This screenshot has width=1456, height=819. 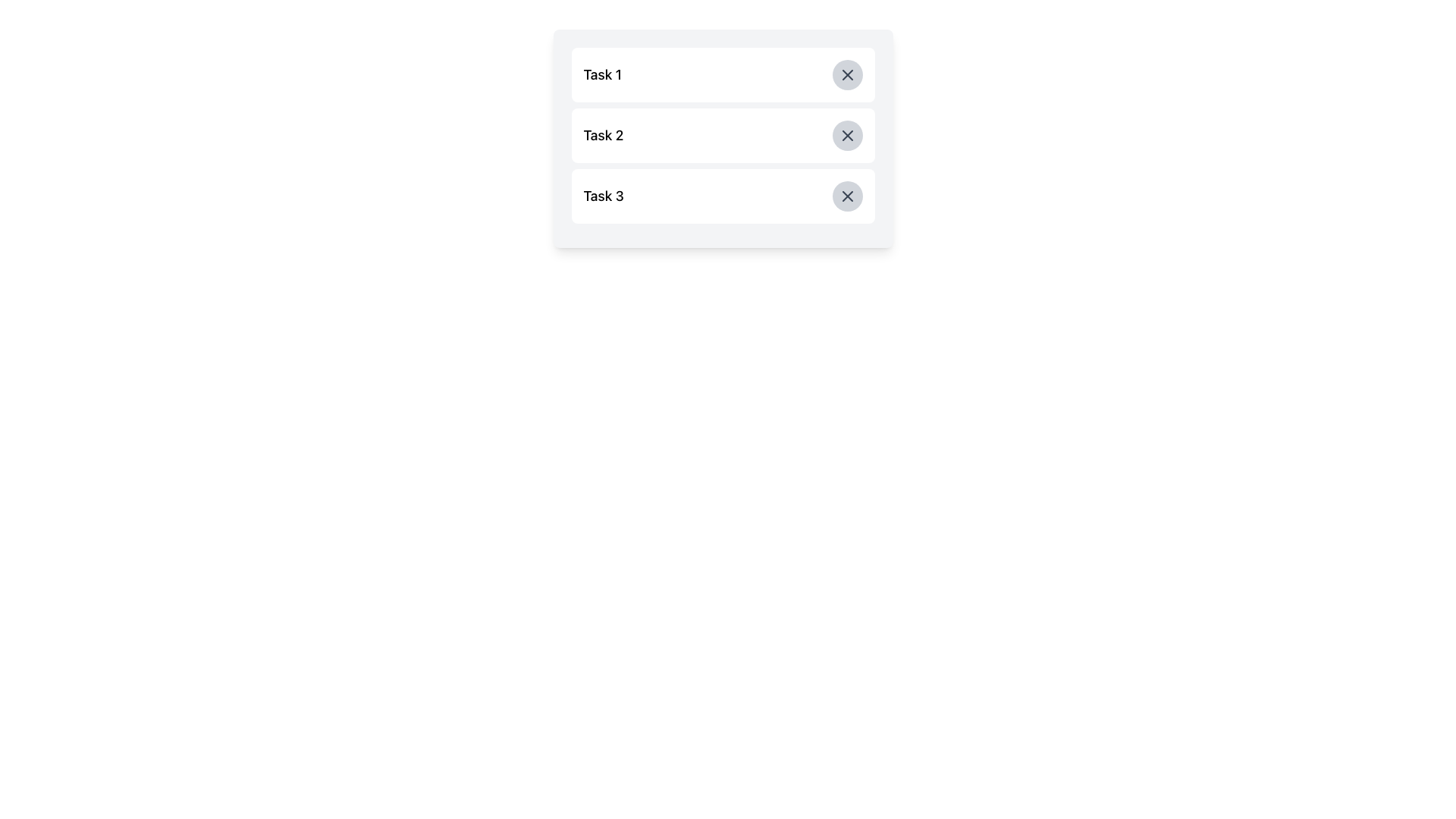 I want to click on the 'X' icon on the right side of the list item labeled 'Task 3', so click(x=846, y=195).